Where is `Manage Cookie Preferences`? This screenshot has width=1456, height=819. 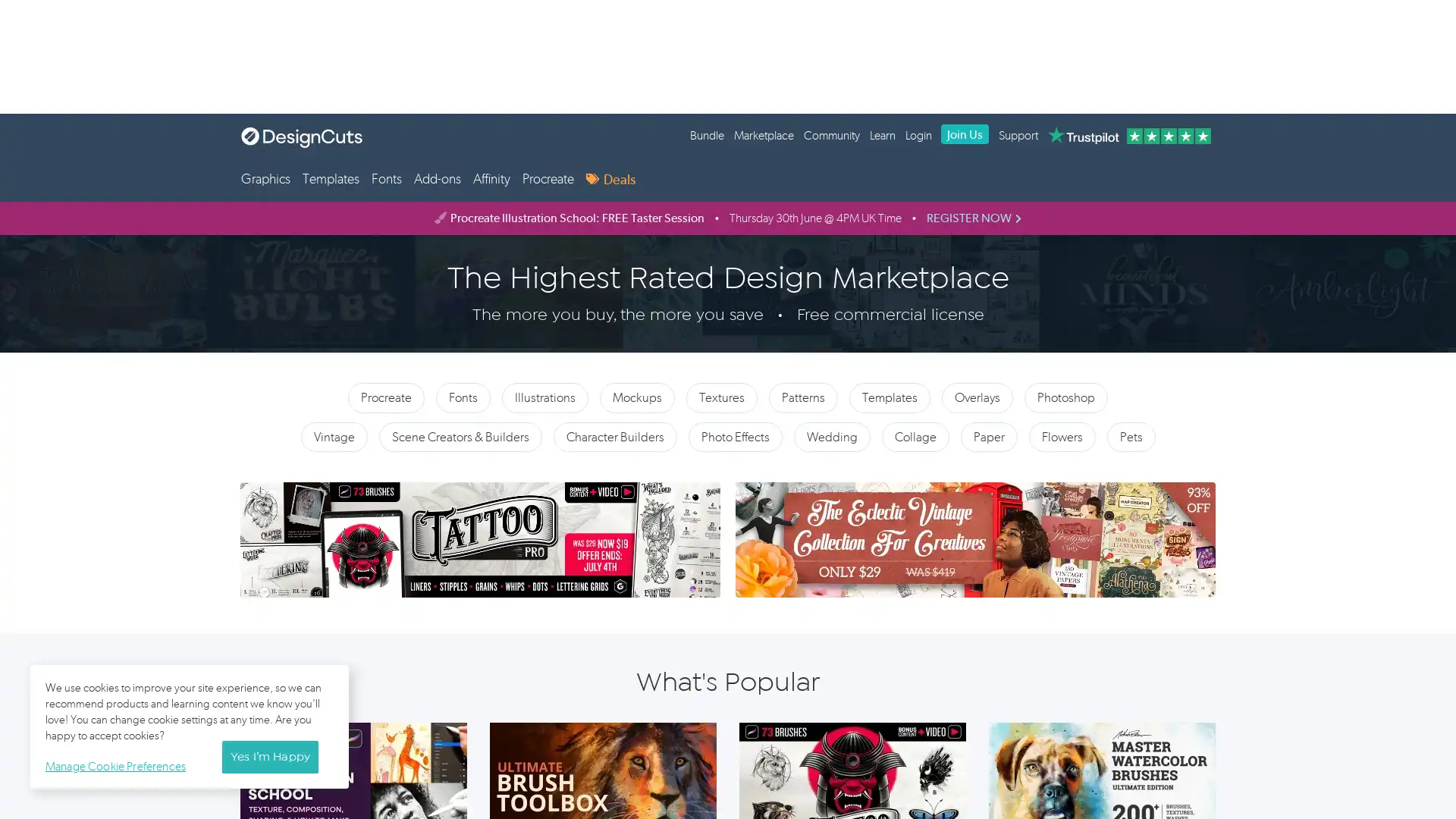
Manage Cookie Preferences is located at coordinates (118, 764).